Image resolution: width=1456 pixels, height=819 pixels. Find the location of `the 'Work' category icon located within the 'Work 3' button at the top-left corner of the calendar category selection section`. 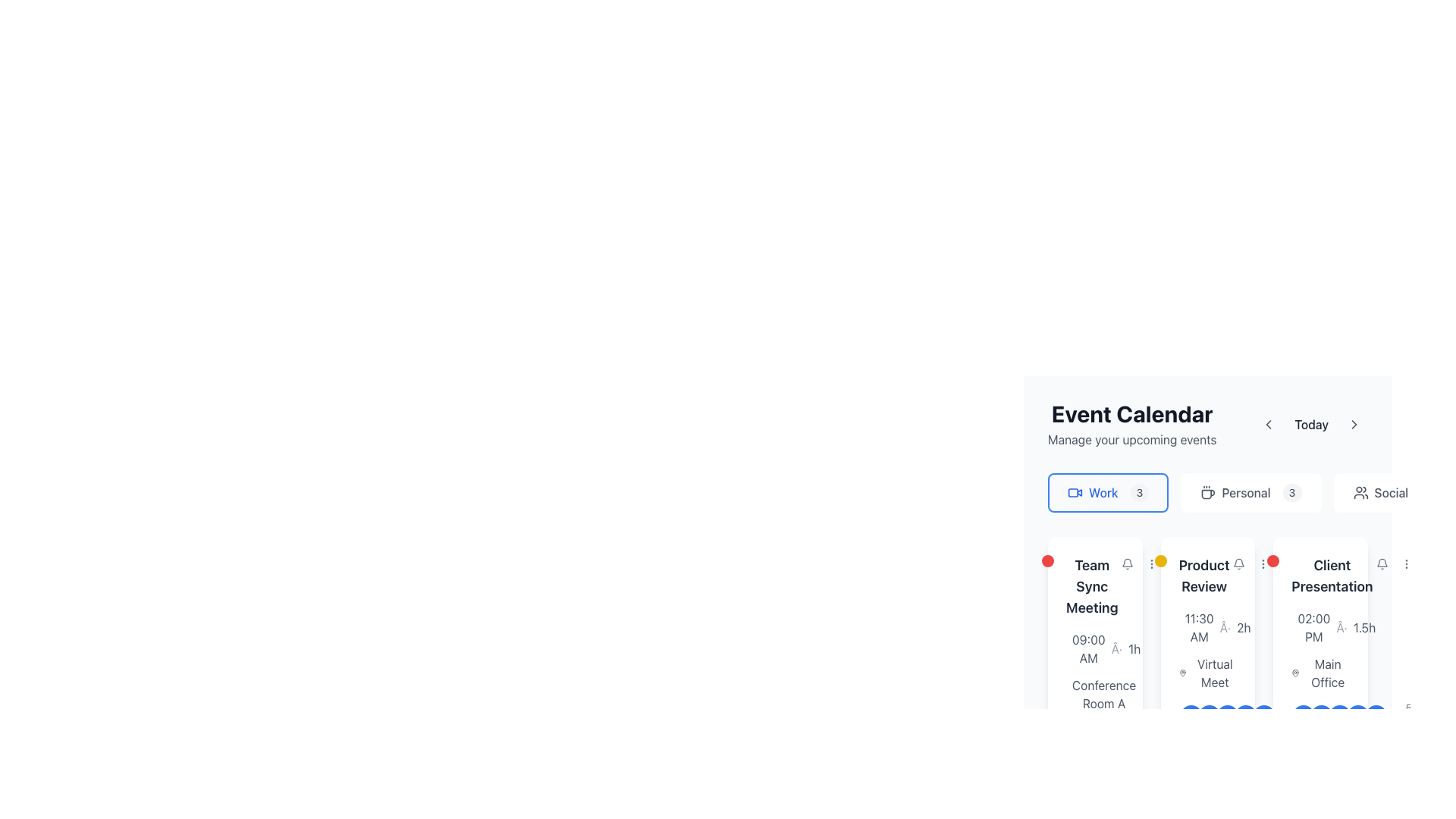

the 'Work' category icon located within the 'Work 3' button at the top-left corner of the calendar category selection section is located at coordinates (1074, 493).